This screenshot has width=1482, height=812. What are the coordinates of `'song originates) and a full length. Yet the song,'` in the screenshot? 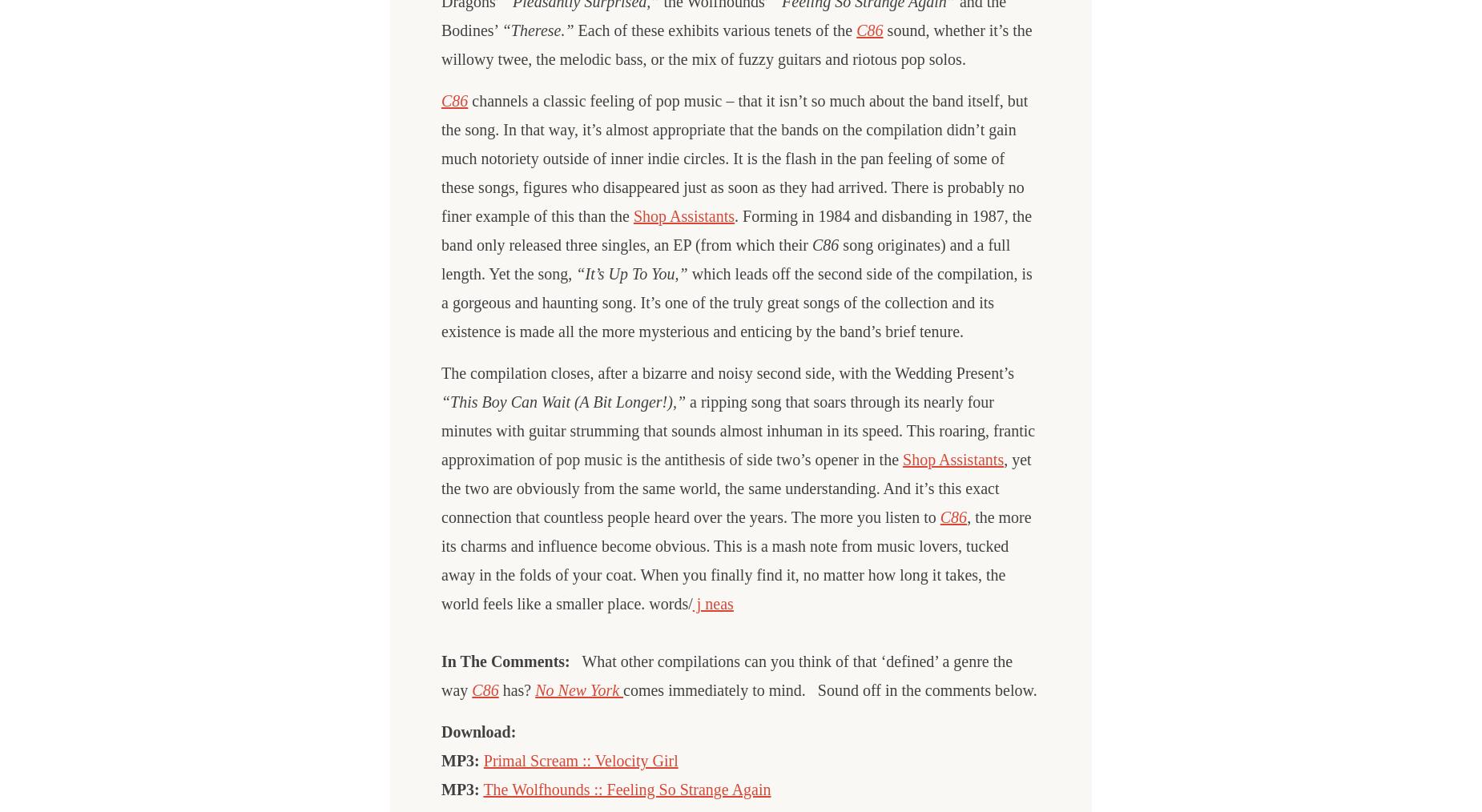 It's located at (725, 259).